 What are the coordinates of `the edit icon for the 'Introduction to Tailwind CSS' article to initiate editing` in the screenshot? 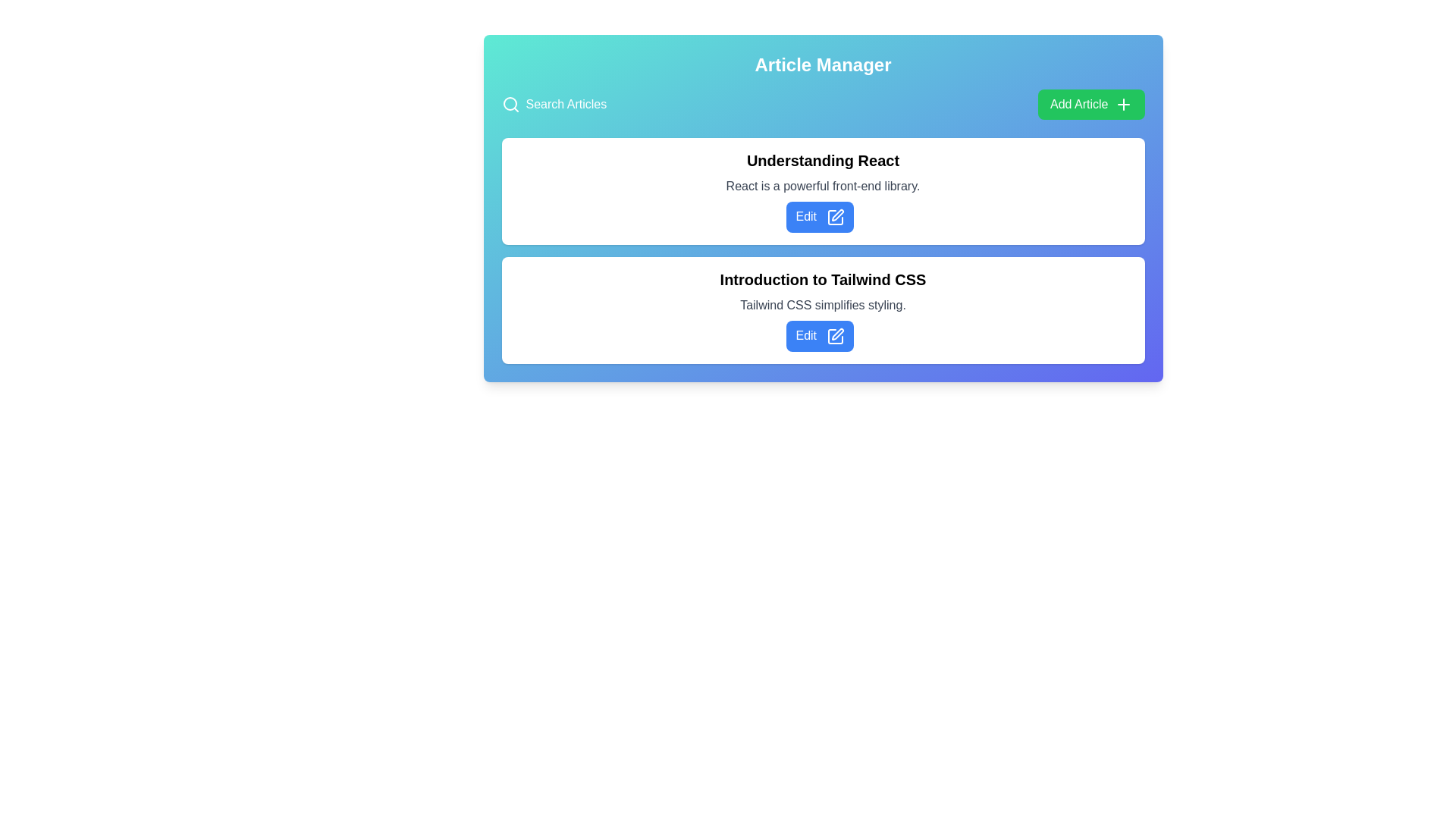 It's located at (836, 332).